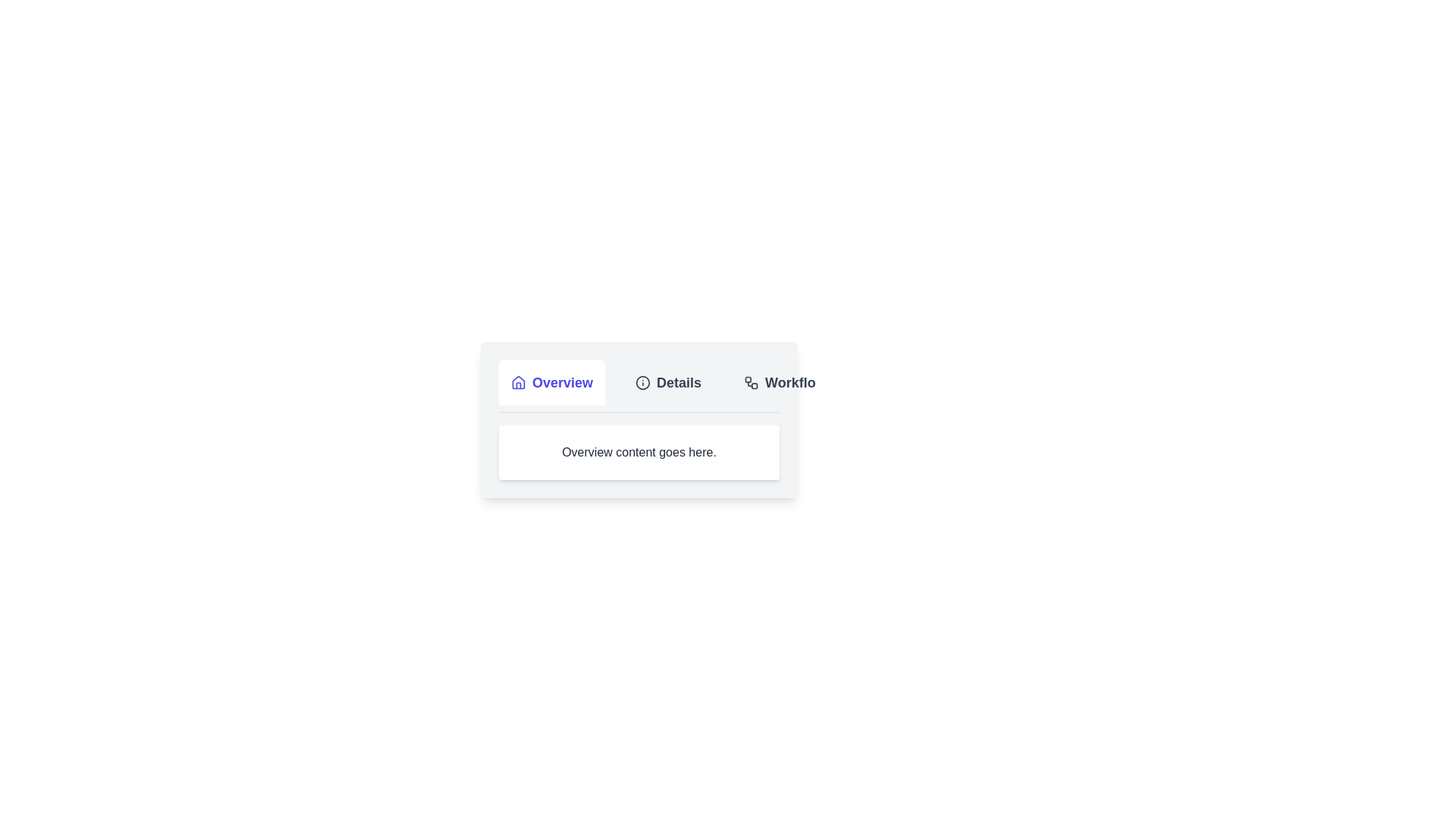 The height and width of the screenshot is (819, 1456). Describe the element at coordinates (752, 382) in the screenshot. I see `the workflow diagram icon, which is a small monochrome icon with interconnected rectangular nodes located to the right of the 'Details' icon and text entry` at that location.